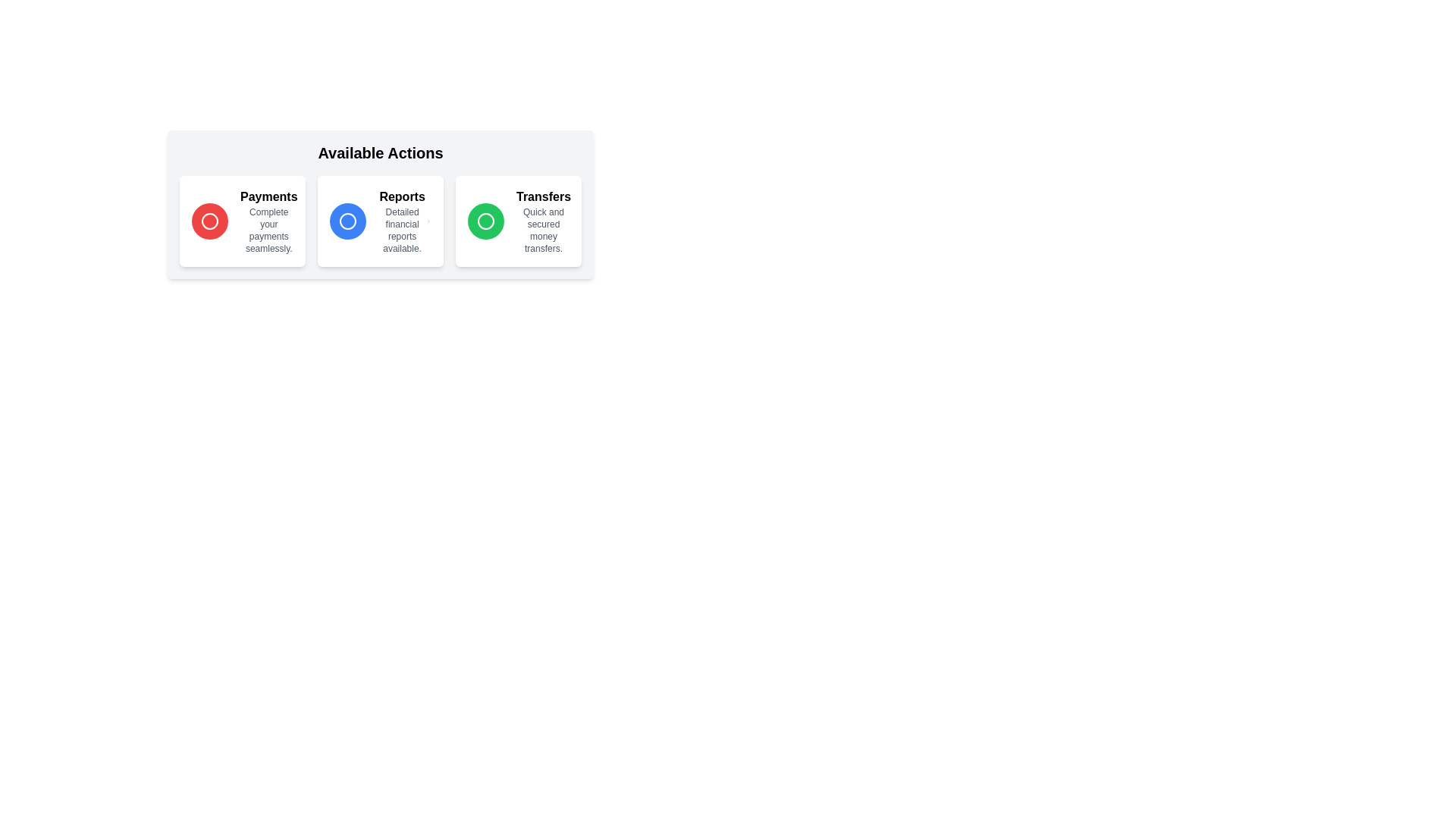  What do you see at coordinates (543, 221) in the screenshot?
I see `the descriptive text label for the feature or action related to transfers, located in the rightmost card of three under the title 'Available Actions'` at bounding box center [543, 221].